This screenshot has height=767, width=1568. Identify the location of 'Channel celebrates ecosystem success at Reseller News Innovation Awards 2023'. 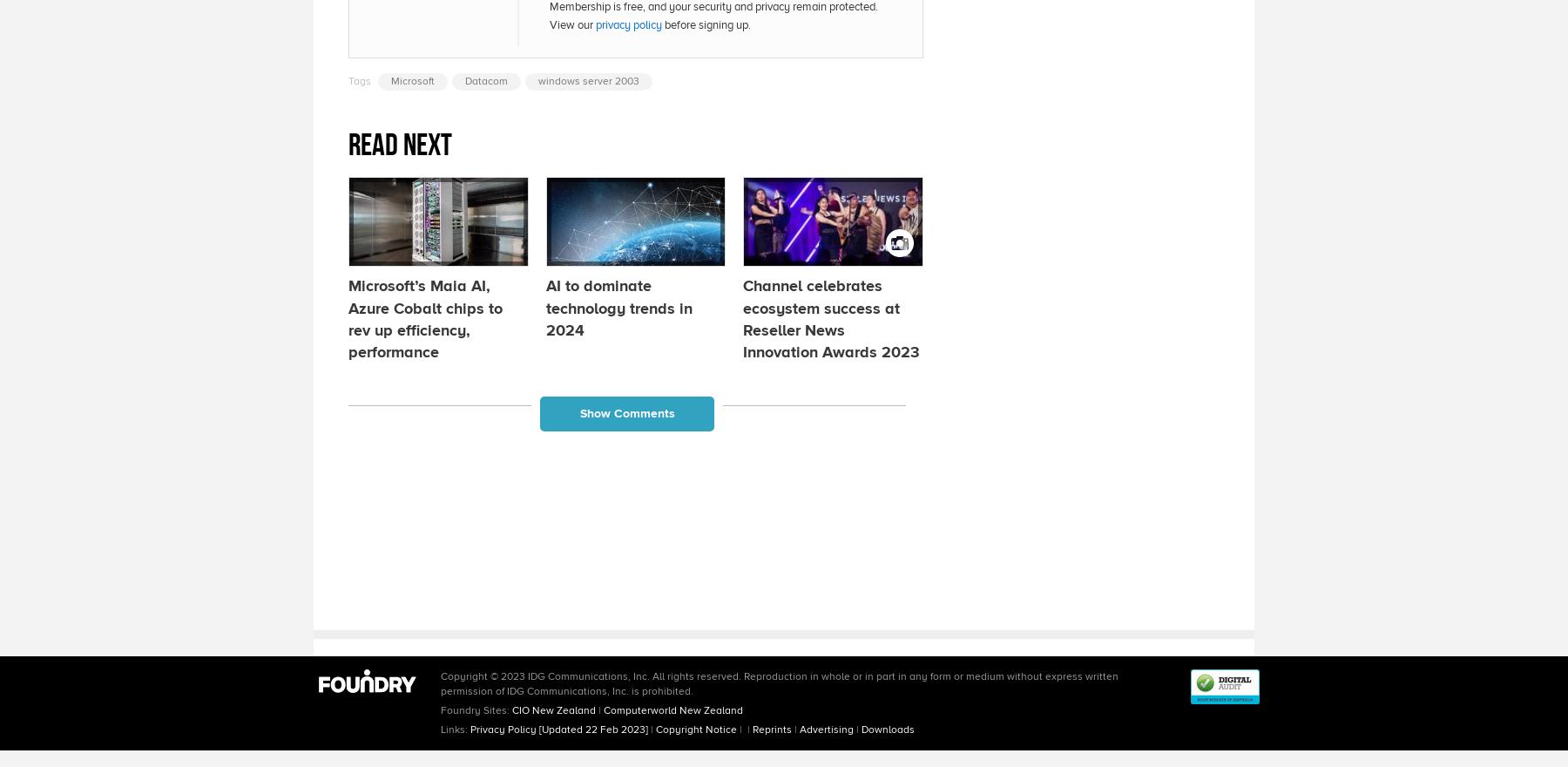
(830, 318).